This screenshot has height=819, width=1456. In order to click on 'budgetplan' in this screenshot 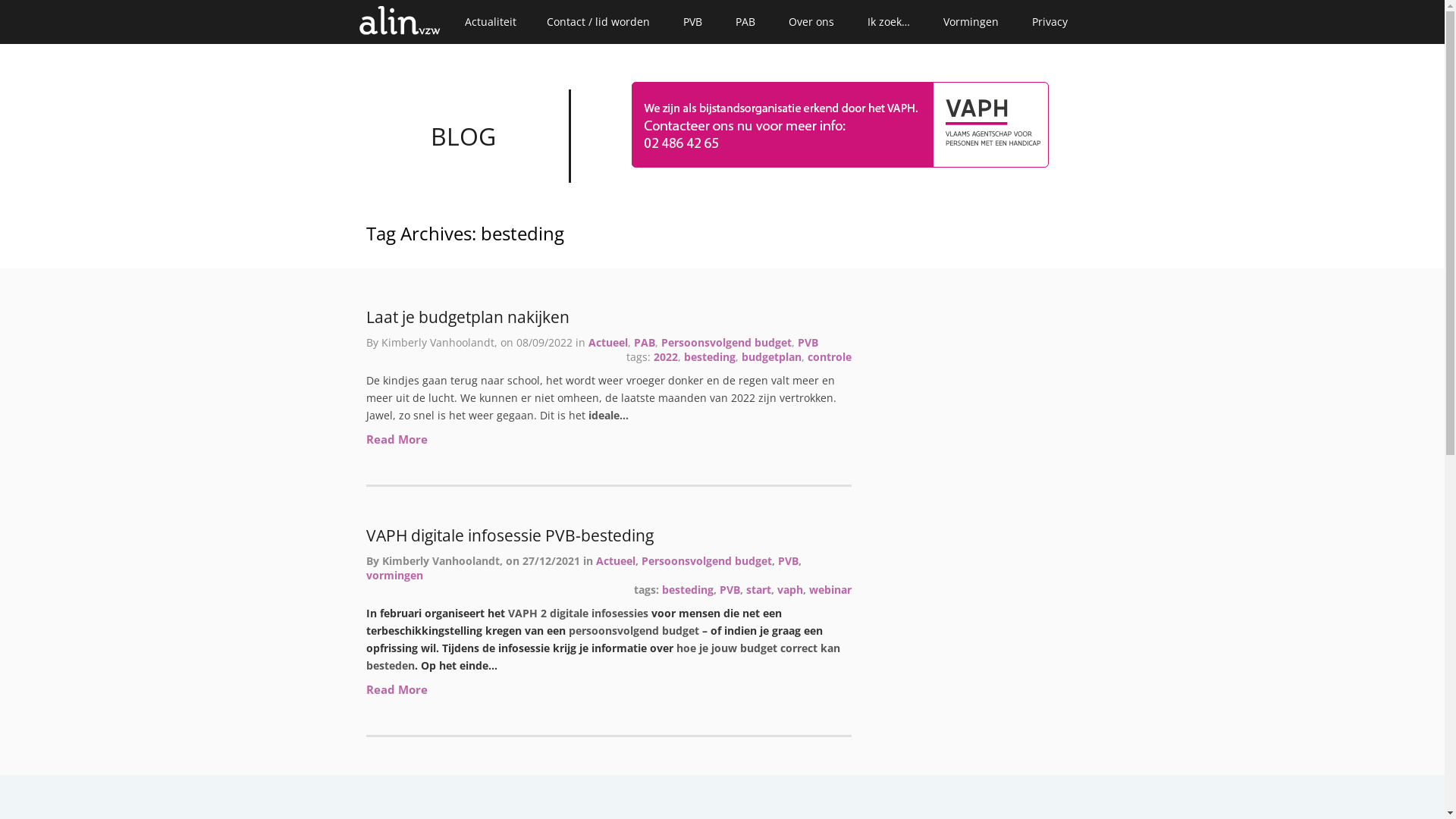, I will do `click(771, 356)`.